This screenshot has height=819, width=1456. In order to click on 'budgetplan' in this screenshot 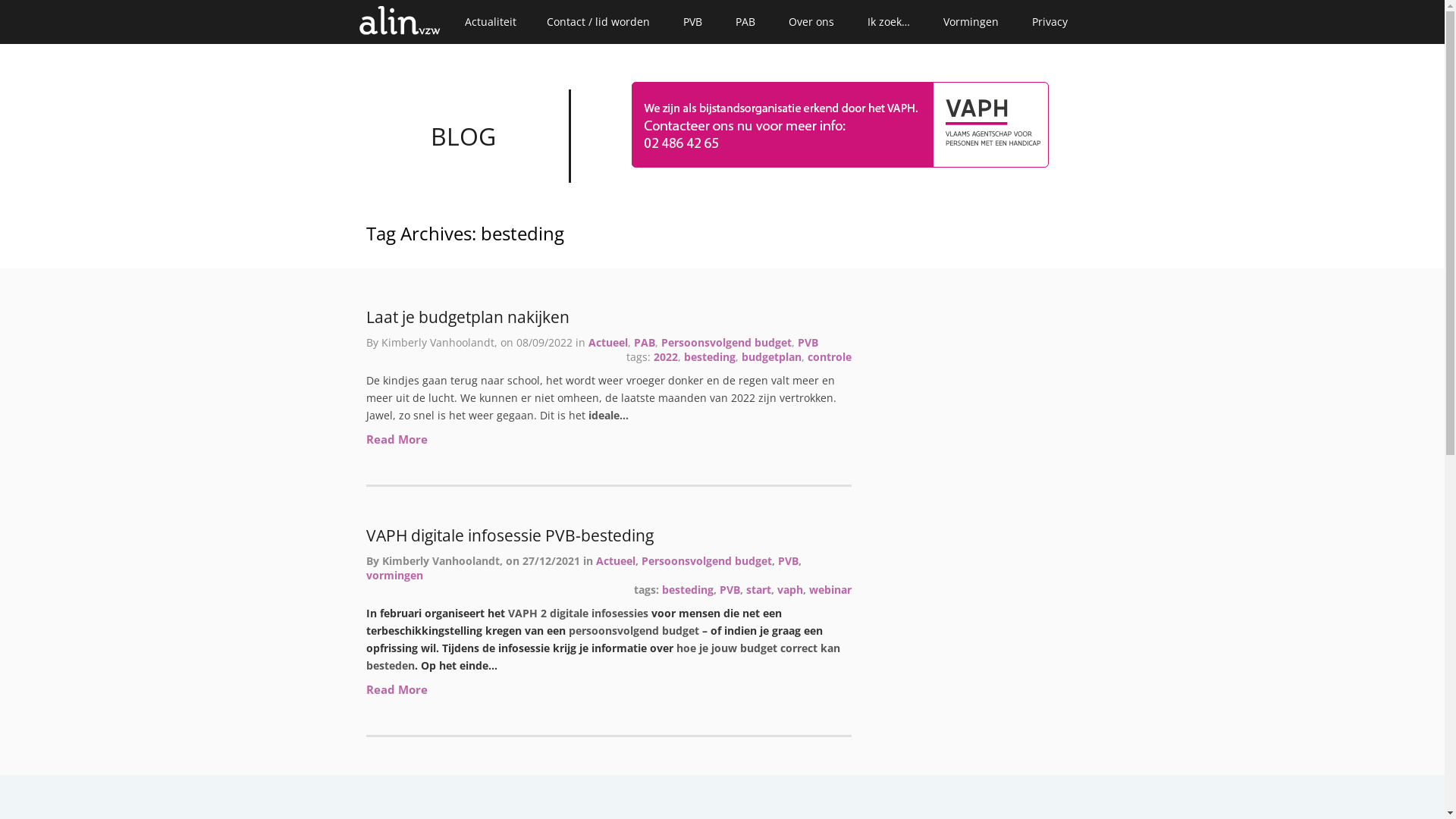, I will do `click(771, 356)`.